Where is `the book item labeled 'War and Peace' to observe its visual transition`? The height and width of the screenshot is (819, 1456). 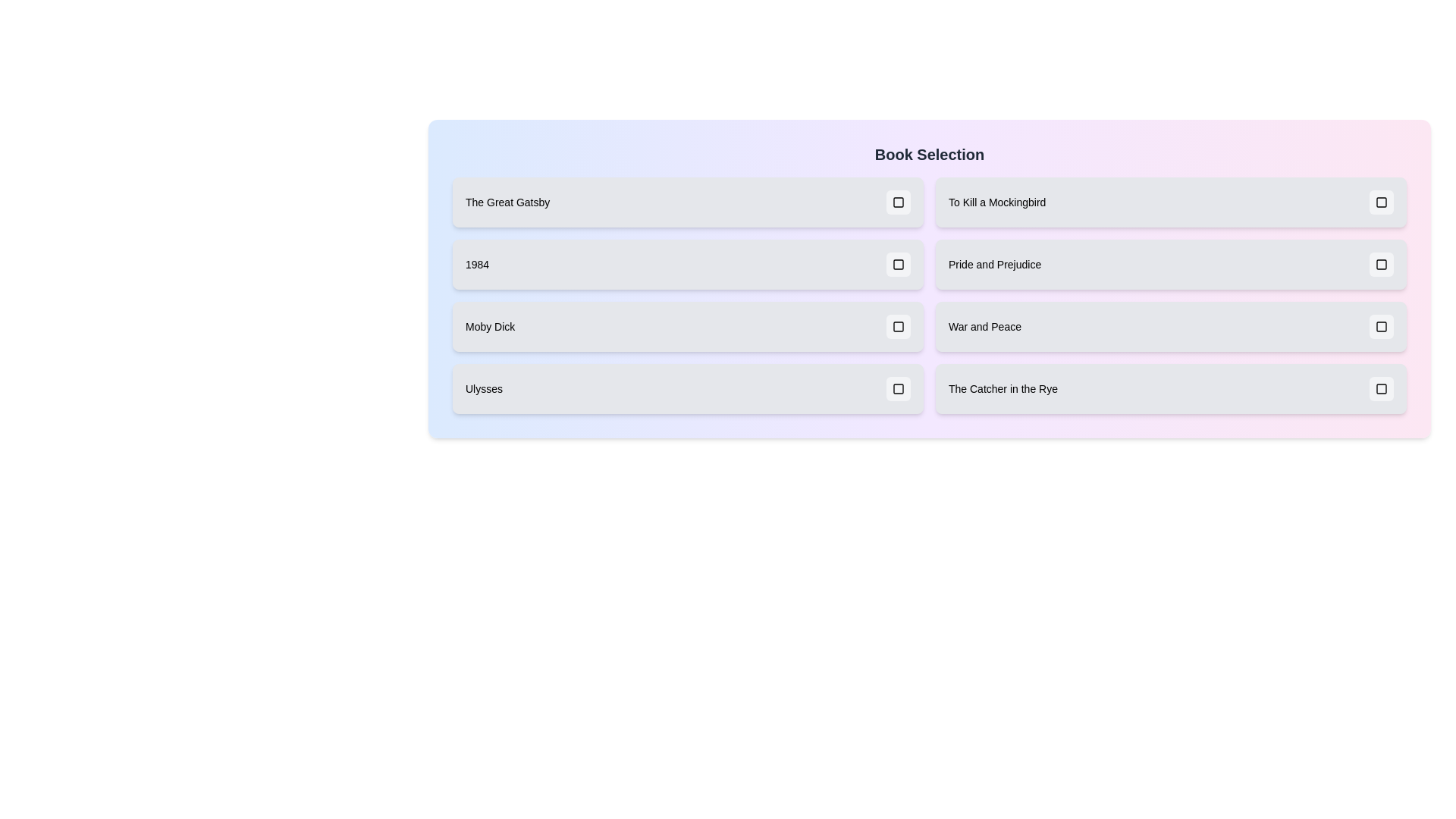 the book item labeled 'War and Peace' to observe its visual transition is located at coordinates (1170, 326).